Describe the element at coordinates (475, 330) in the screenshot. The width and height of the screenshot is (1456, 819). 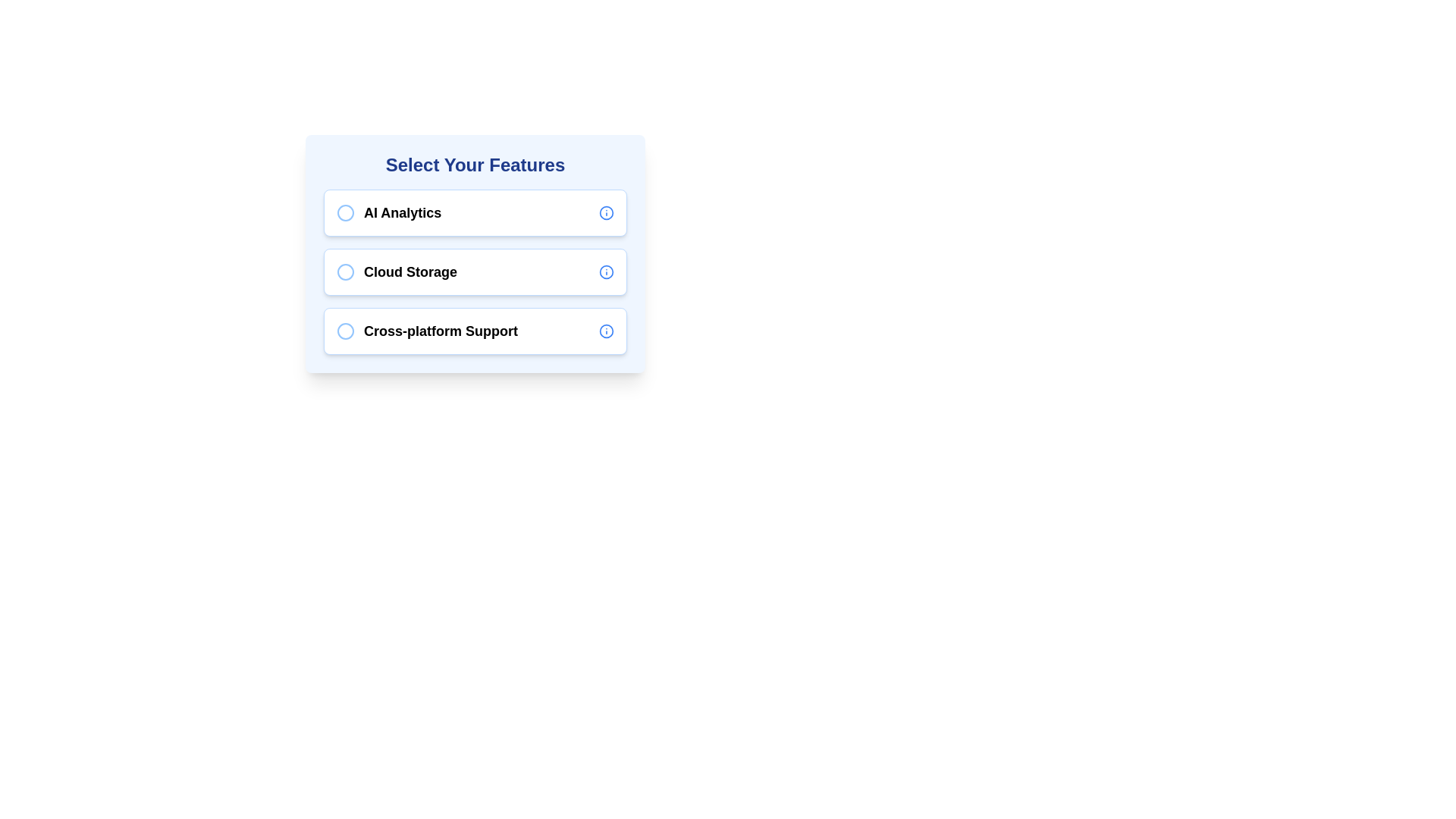
I see `the 'Cross-platform Support' selectable list item, which includes a radio button on the left and an information icon on the right` at that location.